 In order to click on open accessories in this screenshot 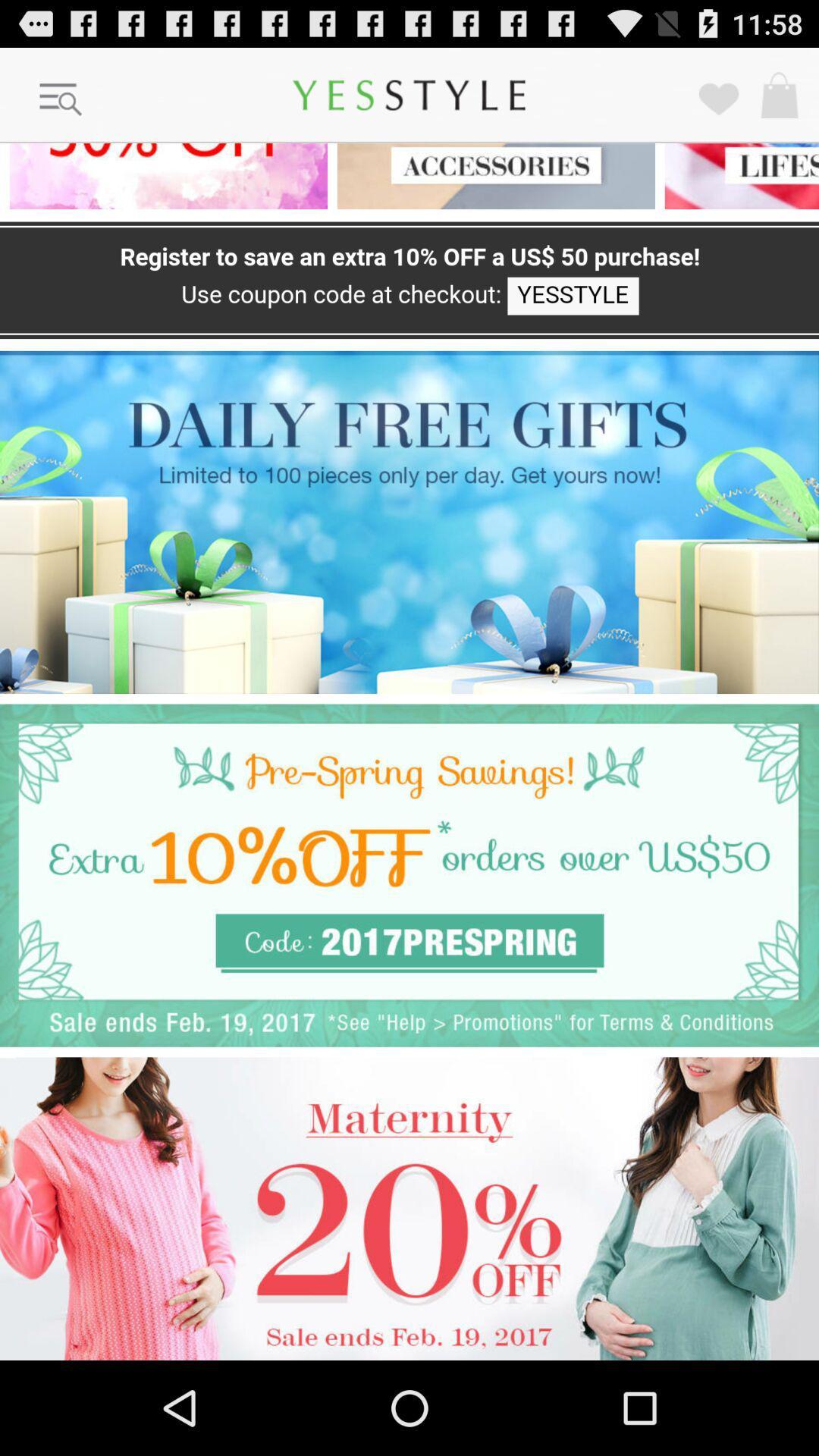, I will do `click(491, 176)`.